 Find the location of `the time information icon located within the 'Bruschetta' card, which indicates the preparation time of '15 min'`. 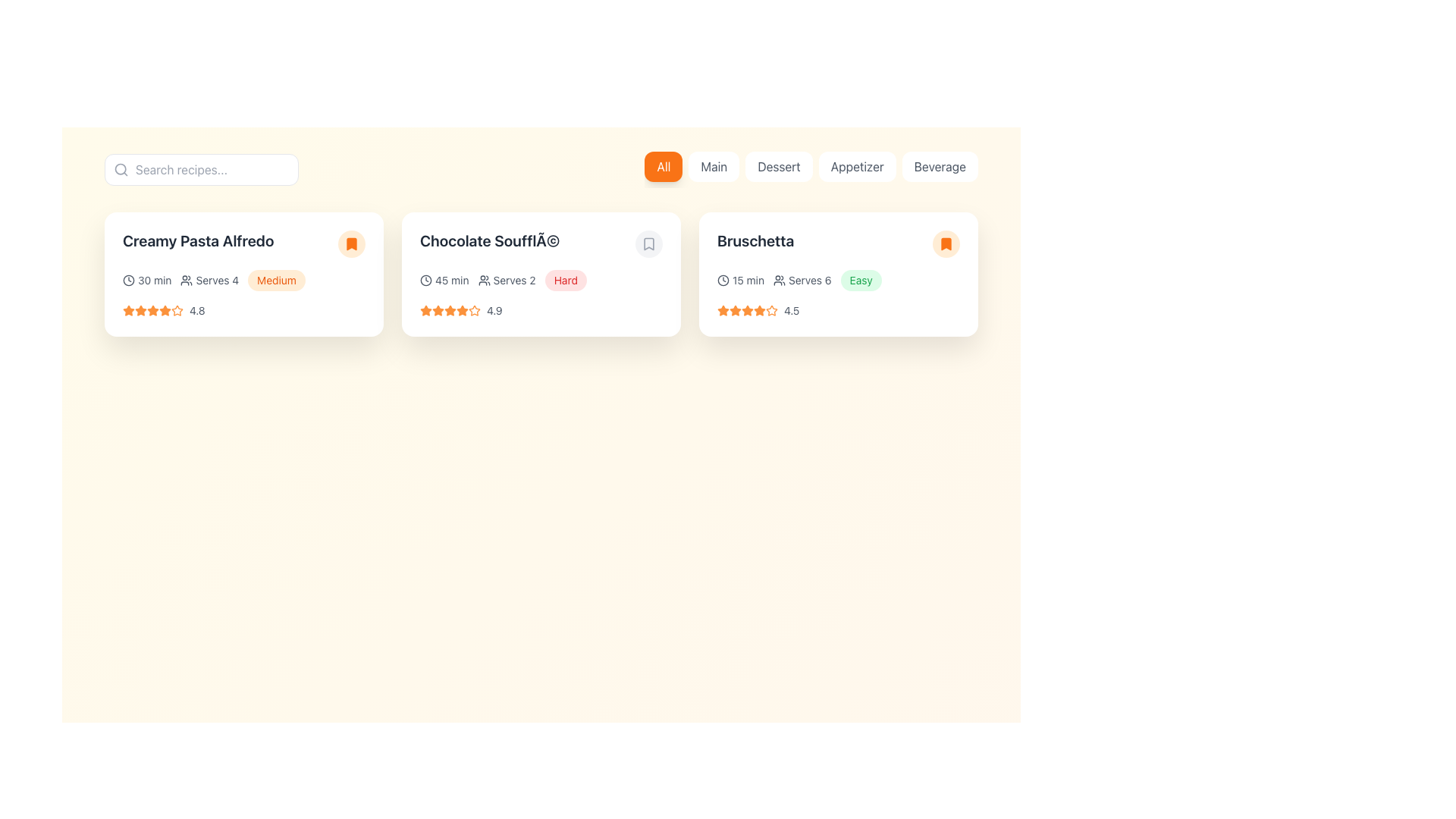

the time information icon located within the 'Bruschetta' card, which indicates the preparation time of '15 min' is located at coordinates (723, 281).